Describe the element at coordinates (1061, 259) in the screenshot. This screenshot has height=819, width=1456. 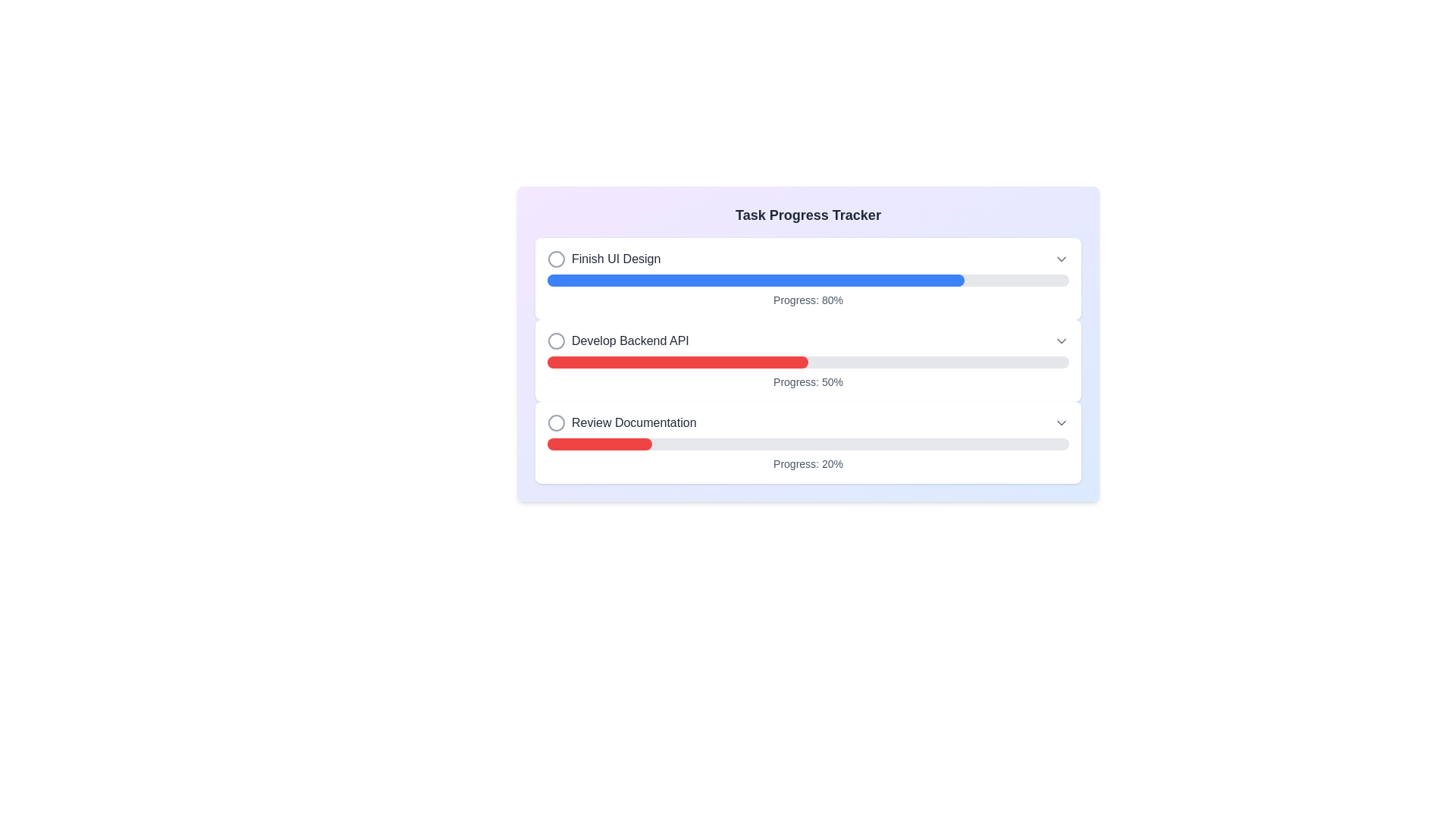
I see `the chevron icon at the right of the 'Finish UI Design' task row` at that location.